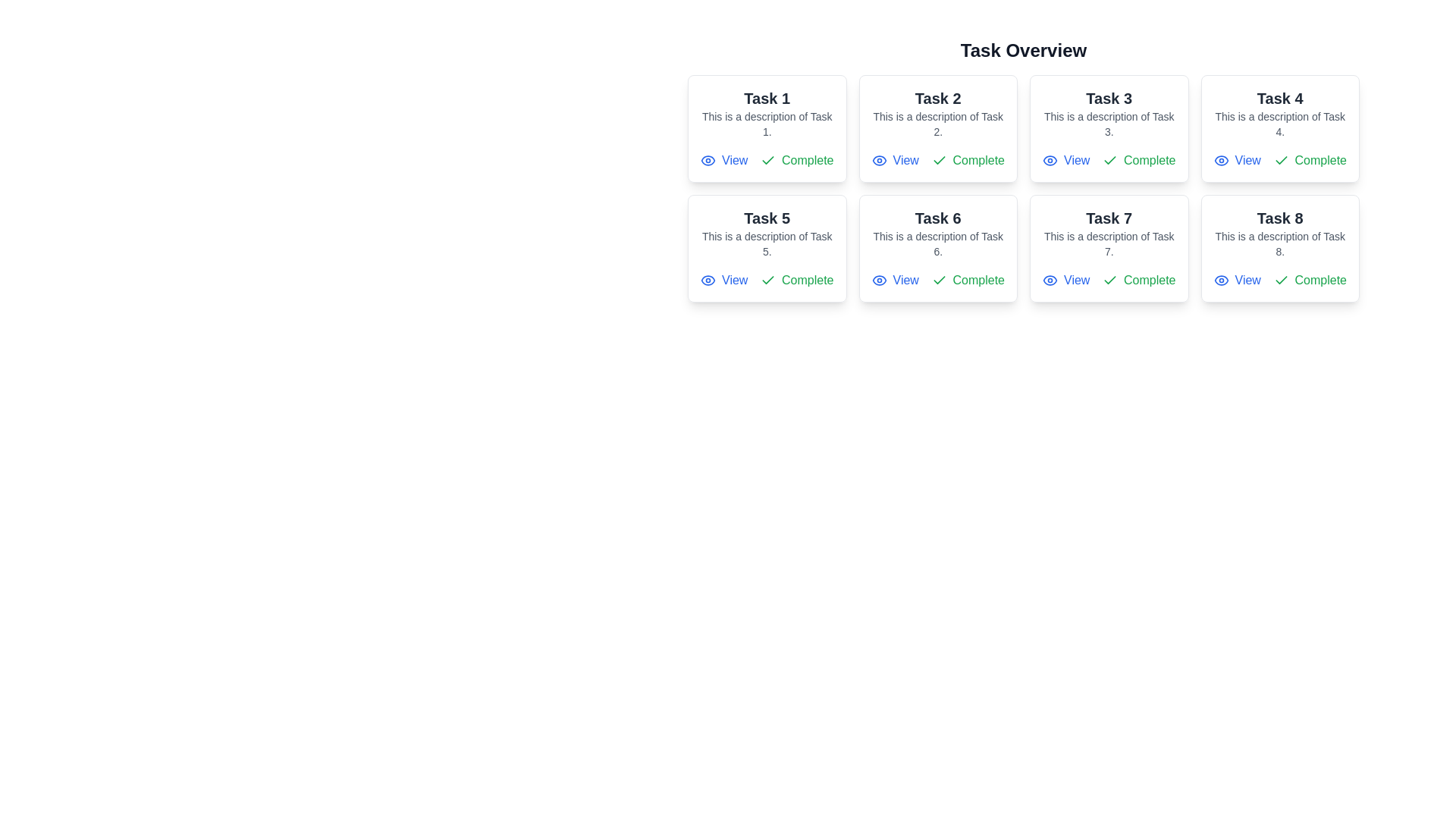 Image resolution: width=1456 pixels, height=819 pixels. What do you see at coordinates (767, 161) in the screenshot?
I see `the 'View' and 'Complete' buttons within the Clickable action group under 'Task 1'` at bounding box center [767, 161].